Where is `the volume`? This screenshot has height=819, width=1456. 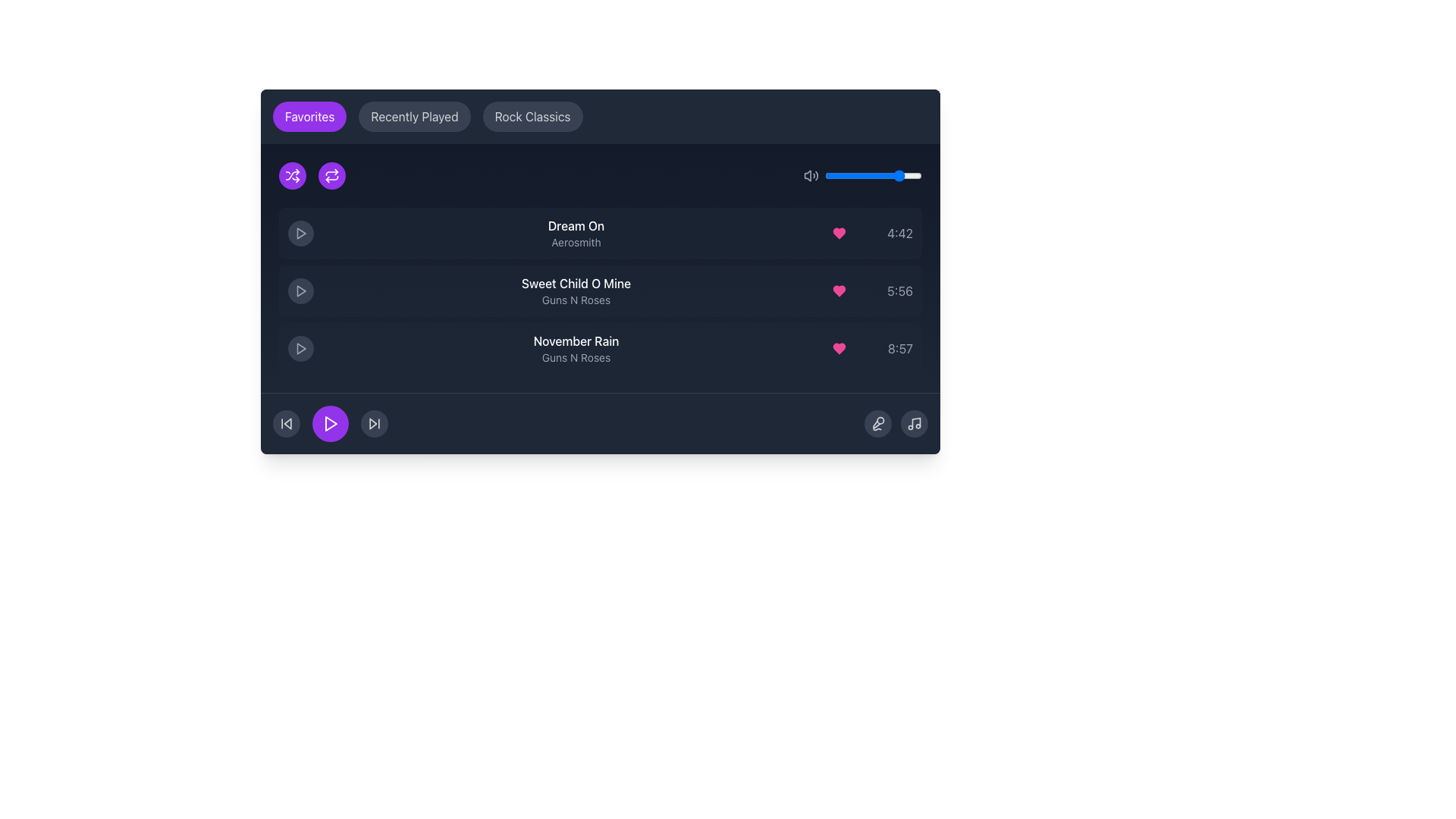
the volume is located at coordinates (874, 174).